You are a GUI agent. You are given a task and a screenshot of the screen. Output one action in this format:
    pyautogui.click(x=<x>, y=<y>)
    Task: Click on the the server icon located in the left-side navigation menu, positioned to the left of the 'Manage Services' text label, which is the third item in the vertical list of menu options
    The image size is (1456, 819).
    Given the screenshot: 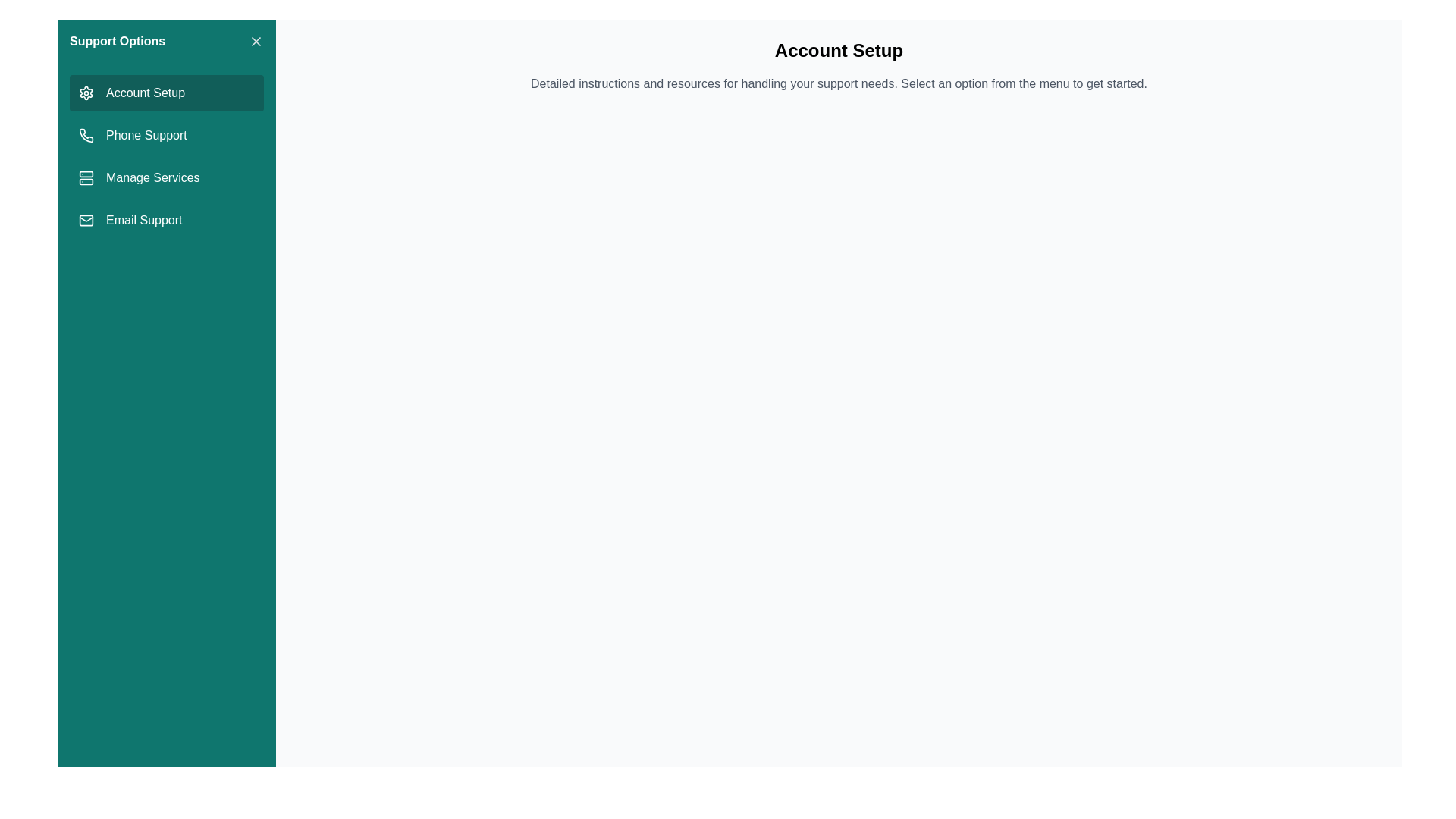 What is the action you would take?
    pyautogui.click(x=86, y=177)
    